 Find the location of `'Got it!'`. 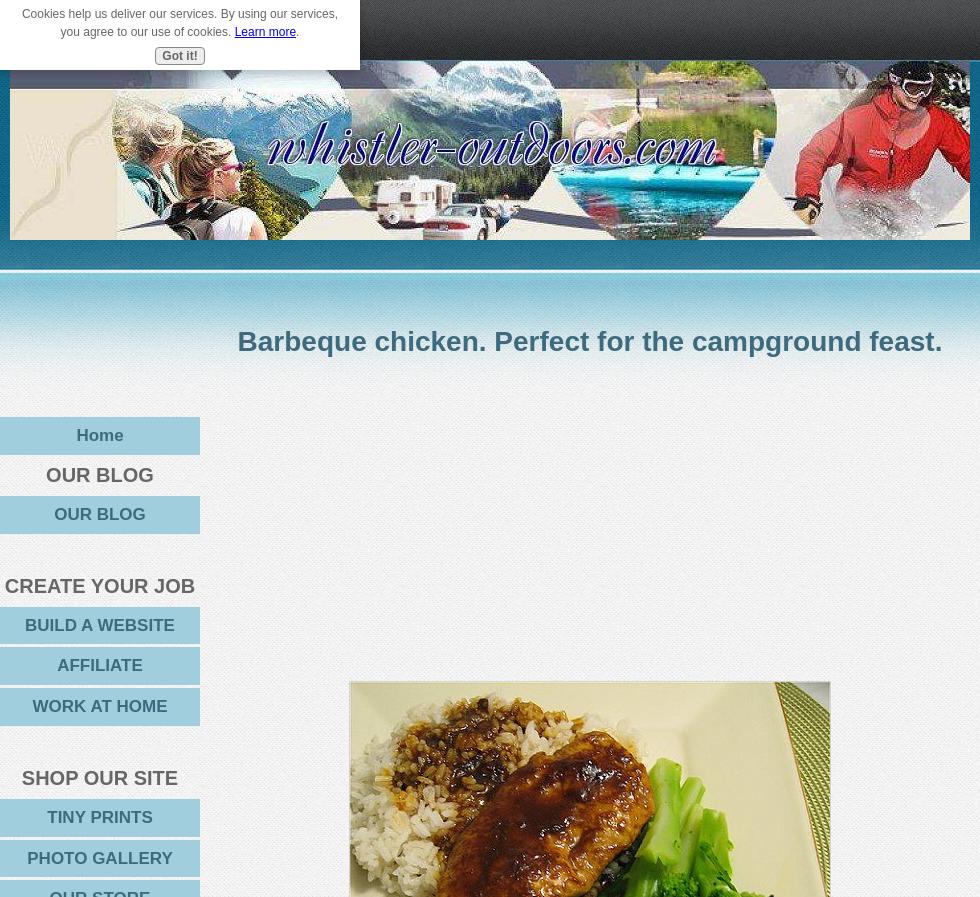

'Got it!' is located at coordinates (161, 53).